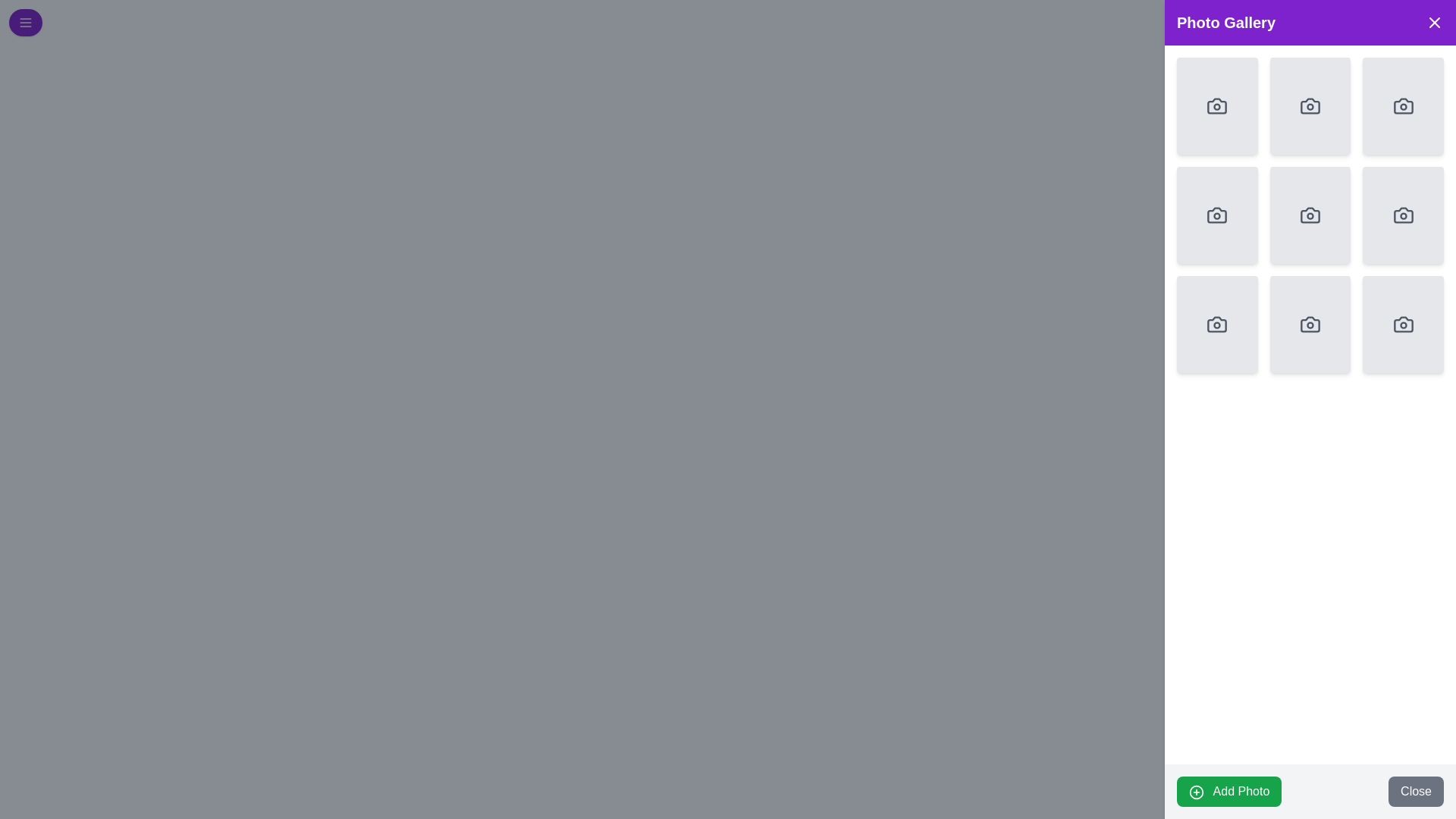 This screenshot has height=819, width=1456. I want to click on the clickable tile in the middle column of the bottom row of the photo gallery grid, which serves as a placeholder for a photo thumbnail or camera-related actions, so click(1310, 324).